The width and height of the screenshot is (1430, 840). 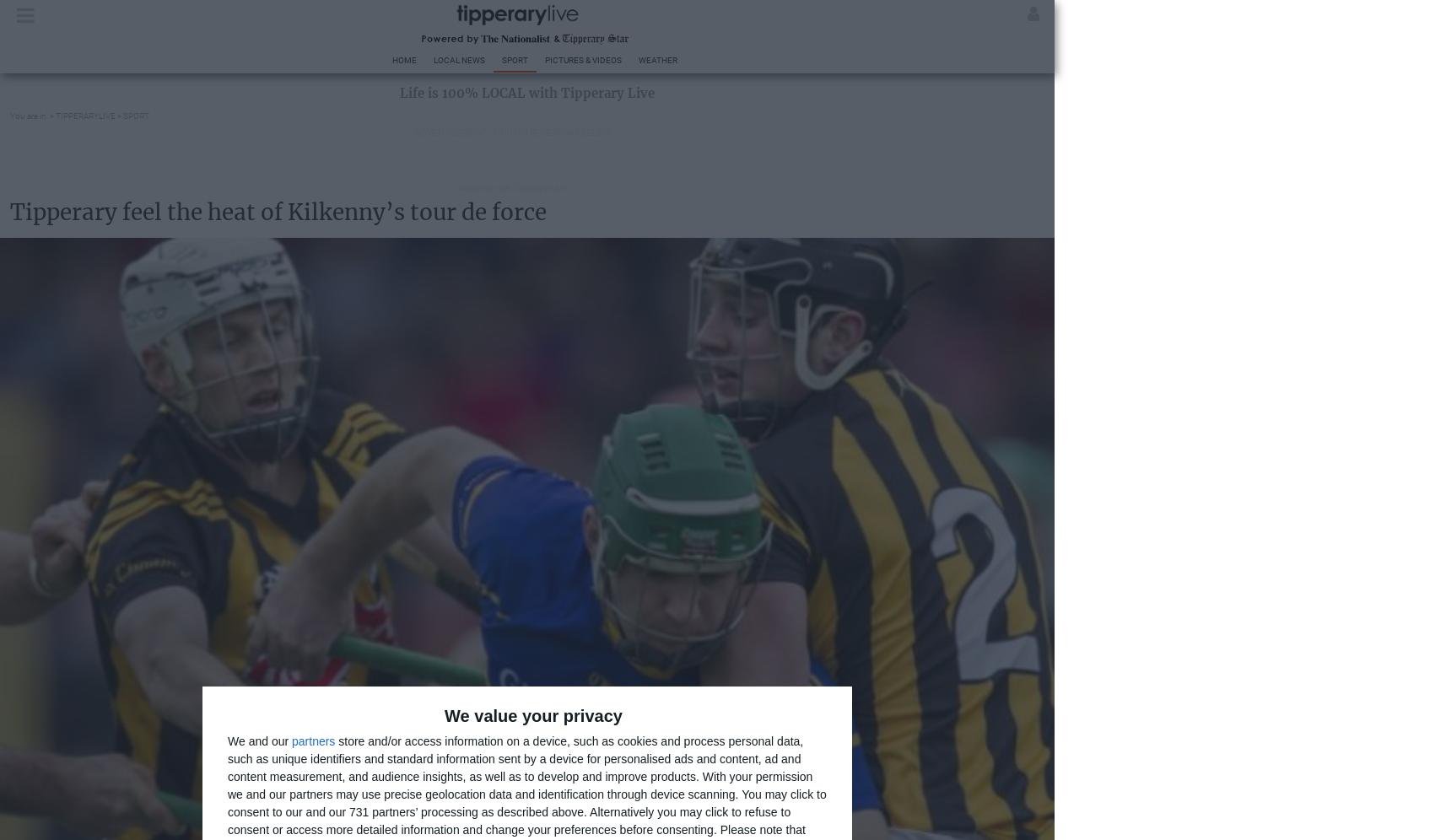 I want to click on 'Local News', so click(x=459, y=59).